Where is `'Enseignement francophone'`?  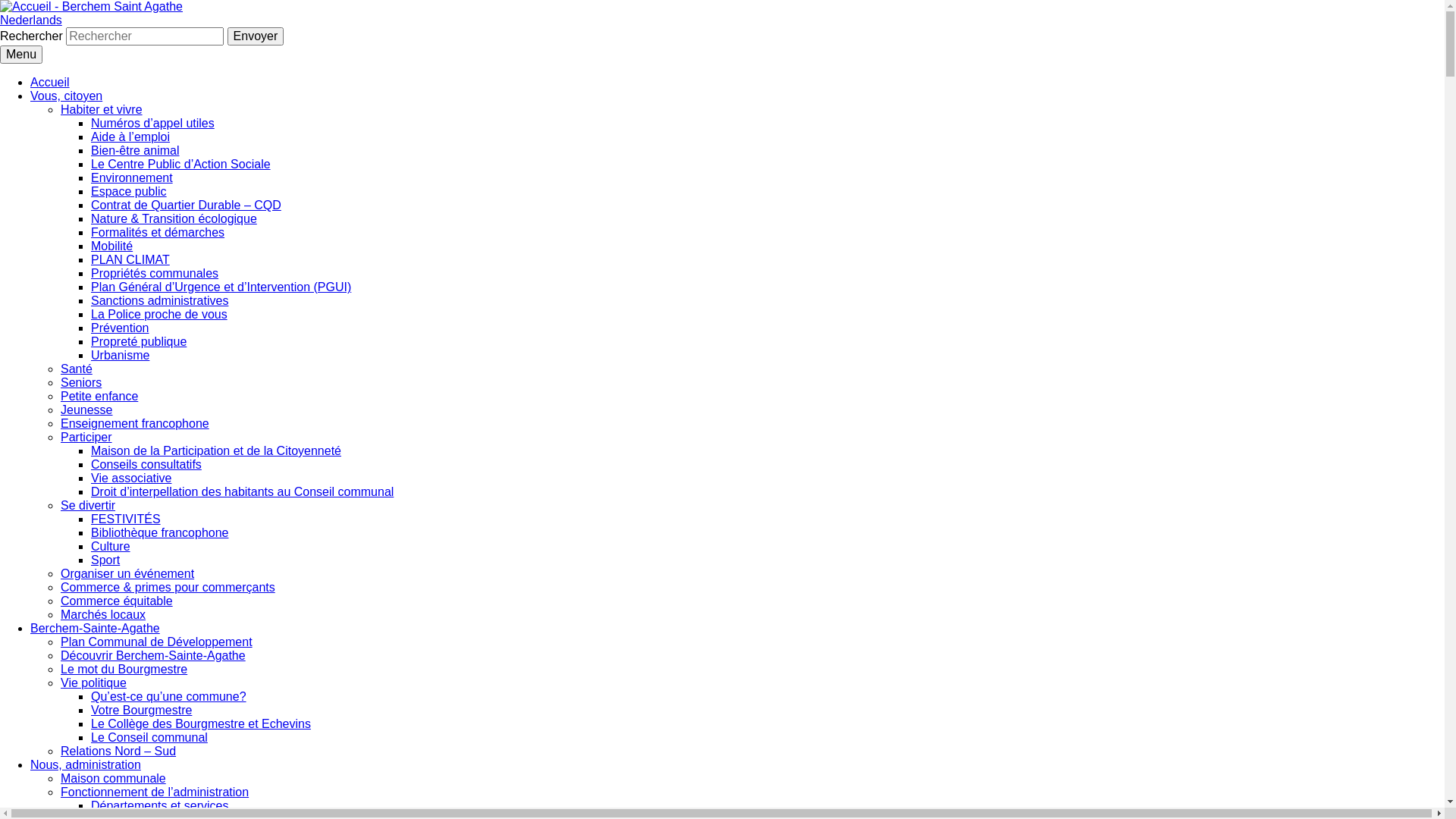
'Enseignement francophone' is located at coordinates (134, 423).